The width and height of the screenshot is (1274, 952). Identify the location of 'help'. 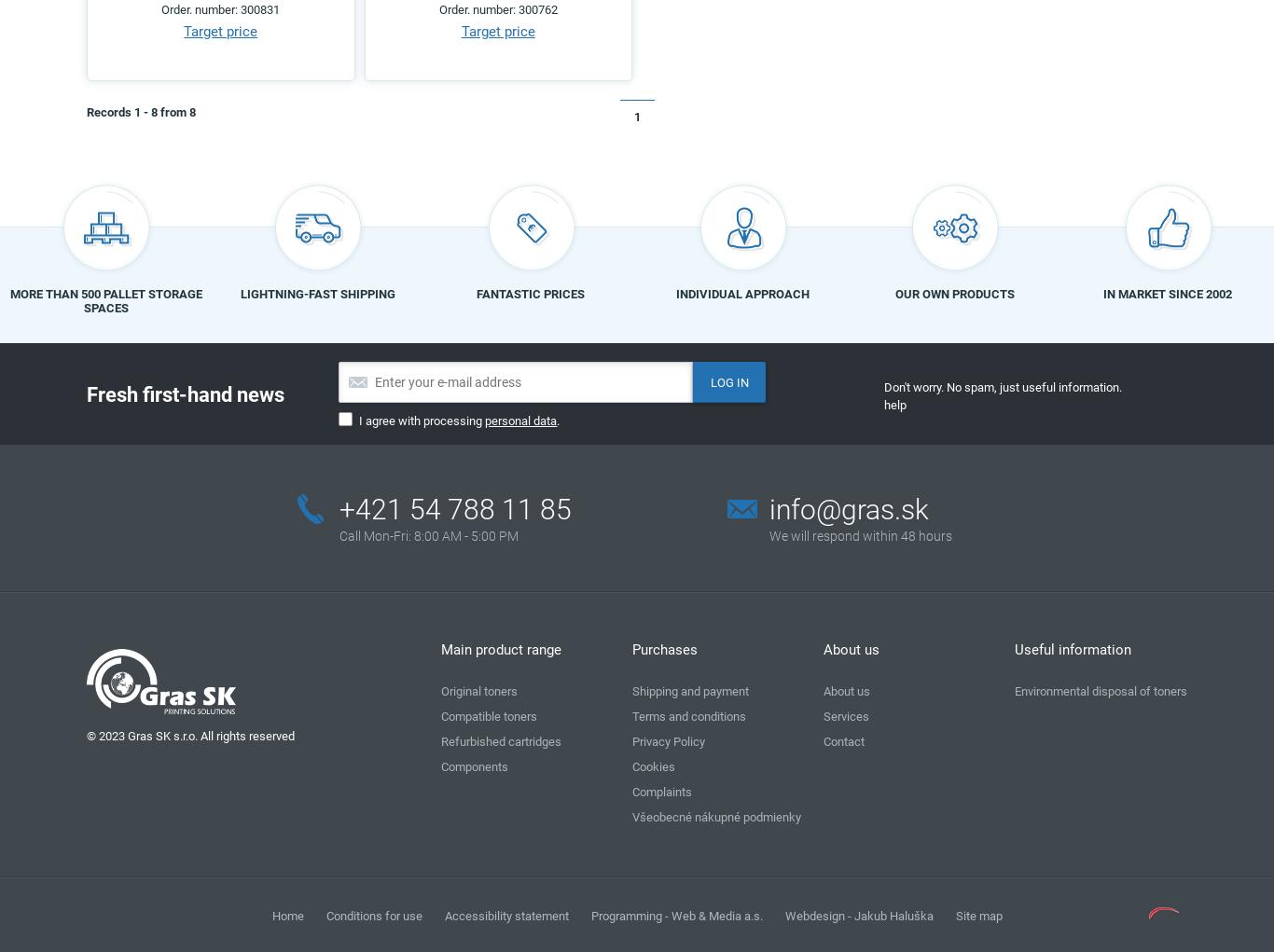
(893, 405).